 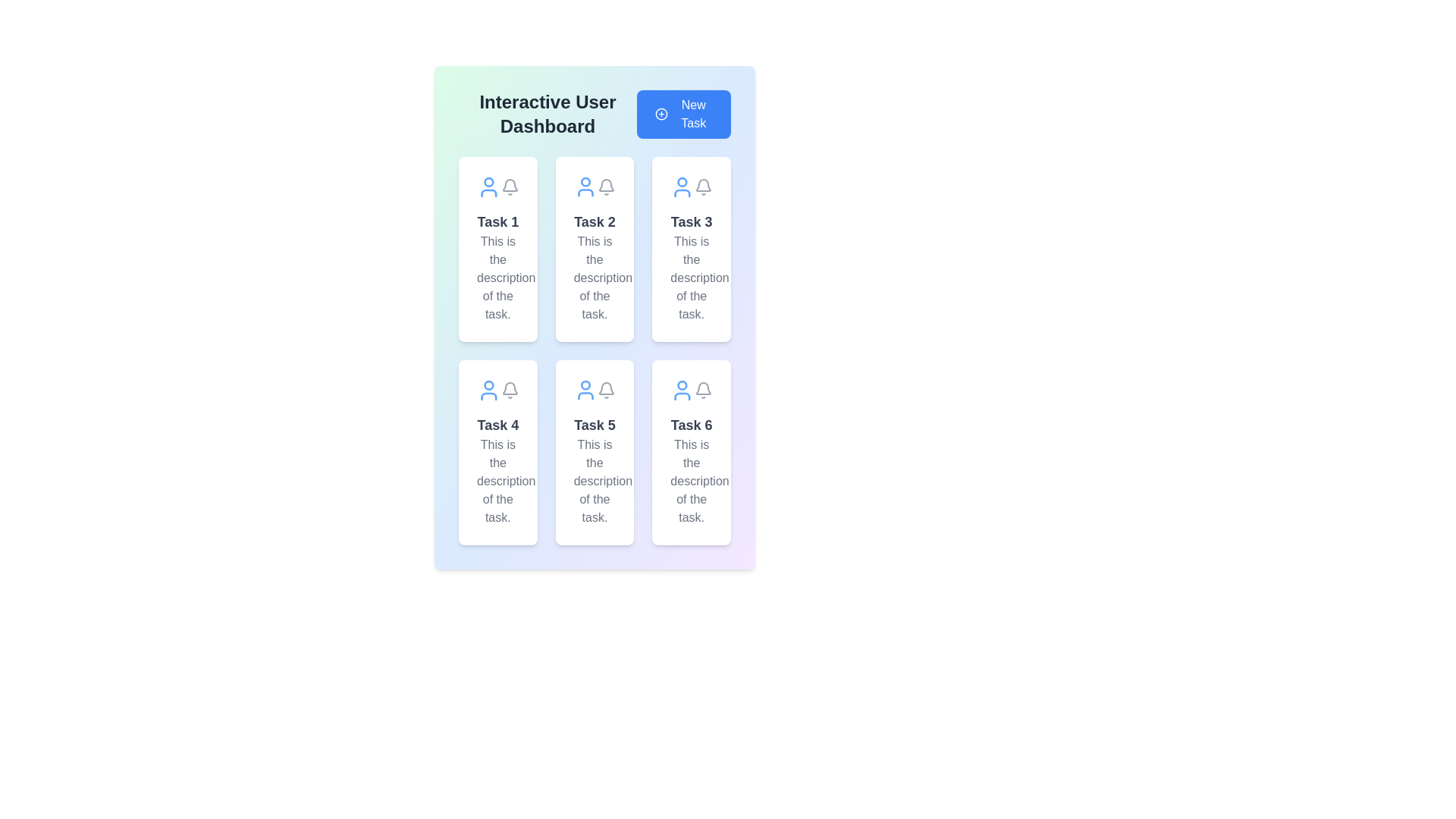 I want to click on the circular part of the user icon graphic within the third card in the top row of the dashboard grid, so click(x=682, y=181).